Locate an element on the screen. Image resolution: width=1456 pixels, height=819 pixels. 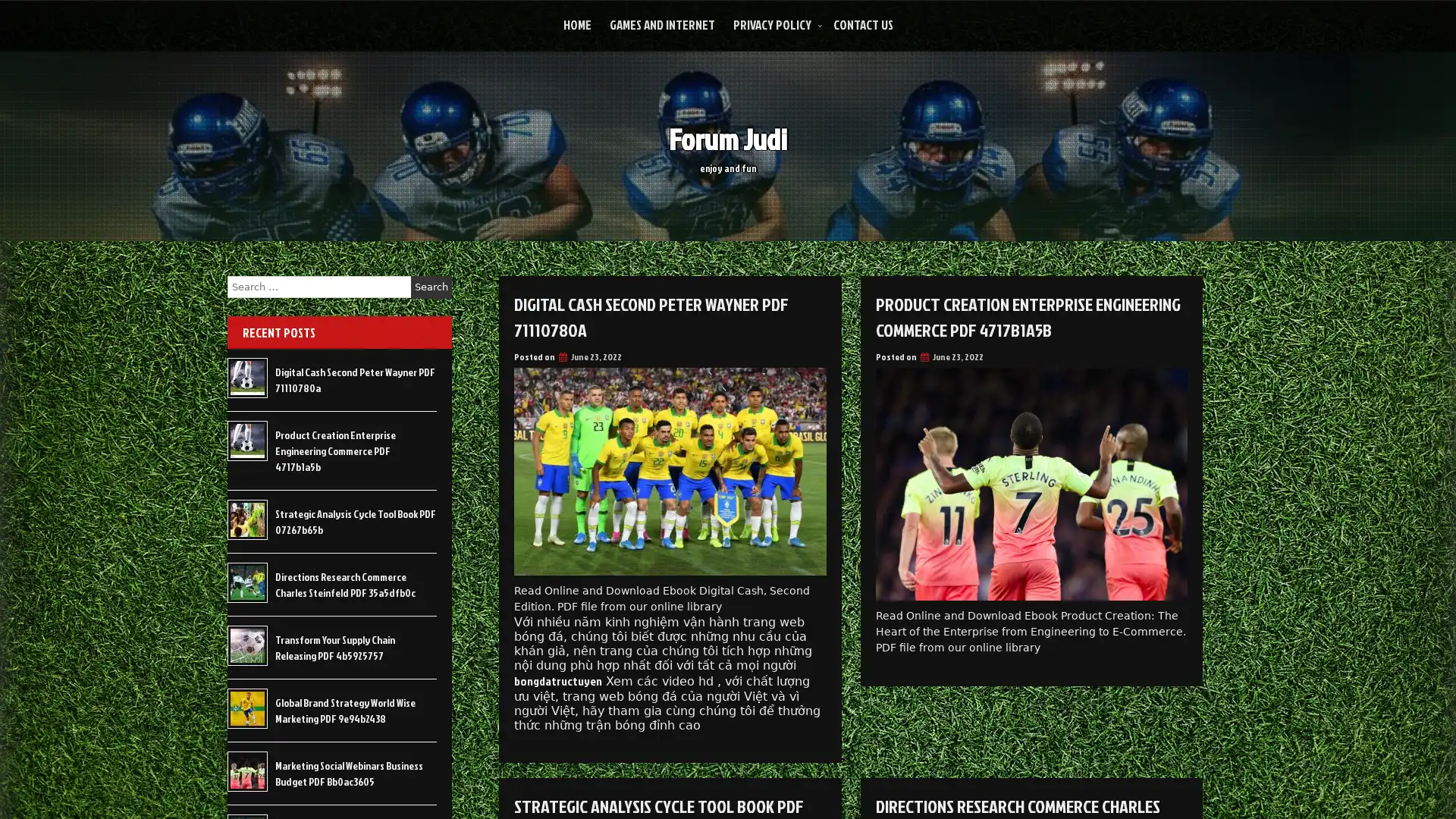
Search is located at coordinates (431, 287).